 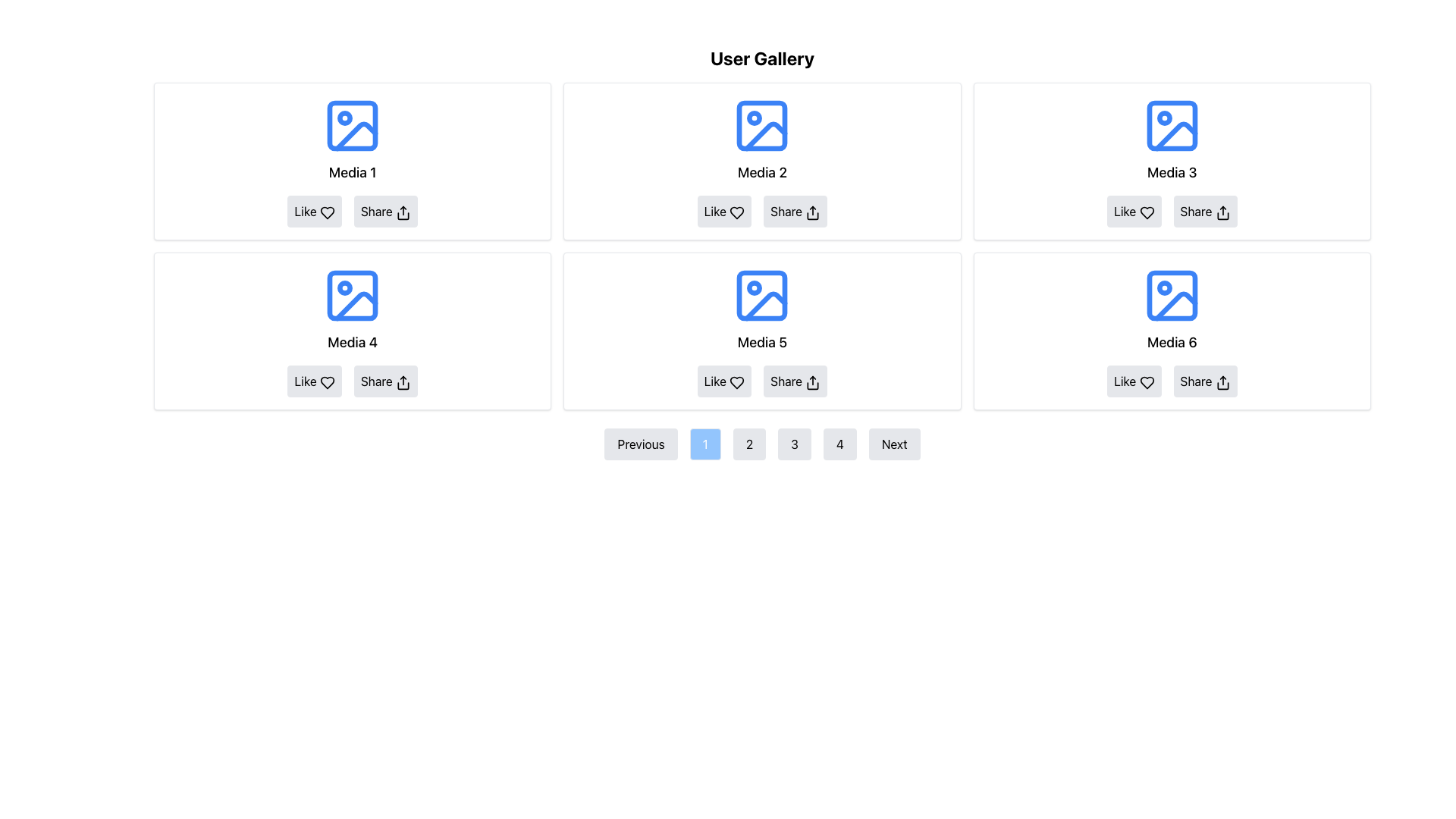 I want to click on the sharing button located to the right of the 'Like' button beneath the 'Media 6' image to initiate the sharing function, so click(x=1203, y=380).